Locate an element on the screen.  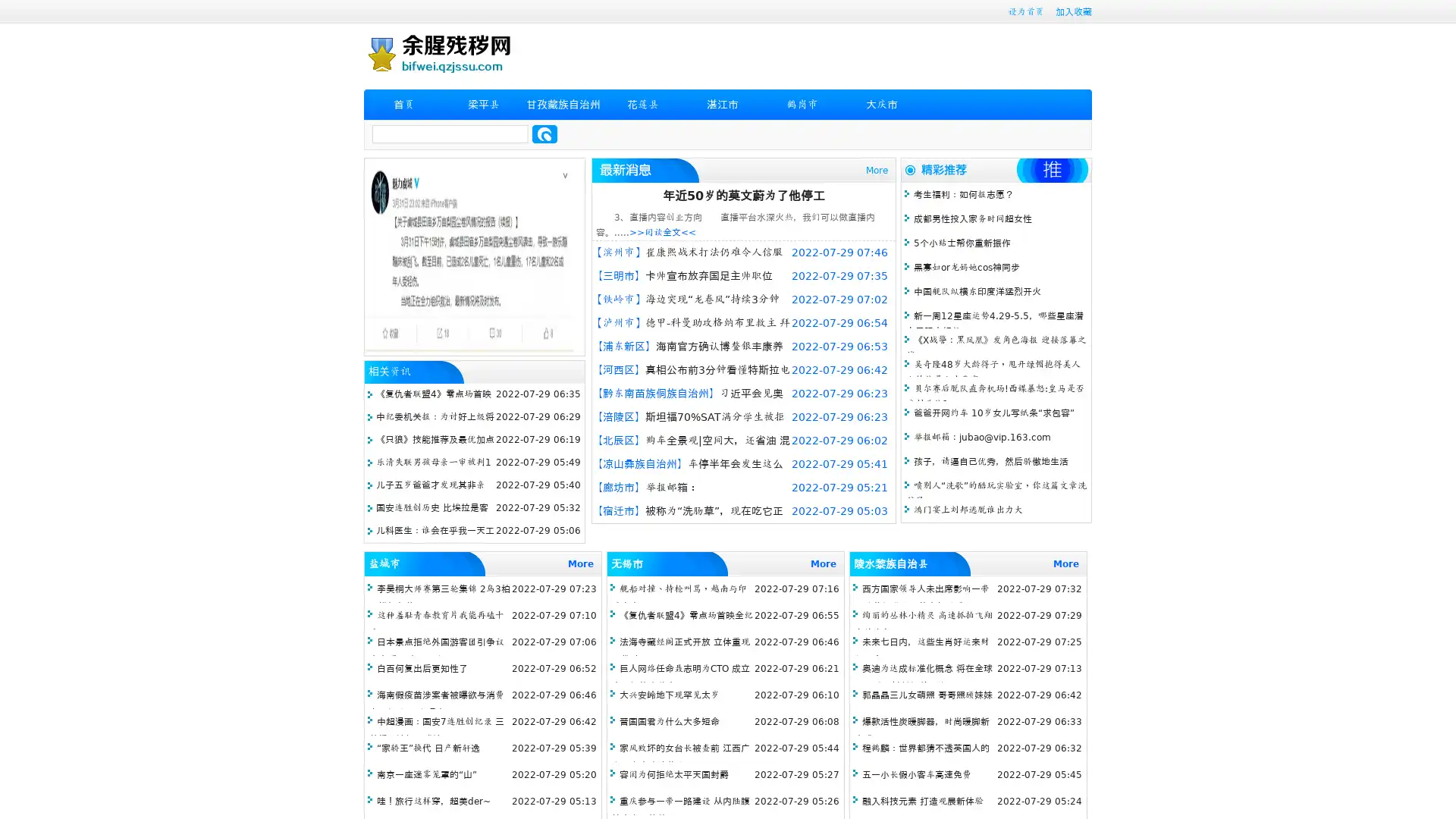
Search is located at coordinates (544, 133).